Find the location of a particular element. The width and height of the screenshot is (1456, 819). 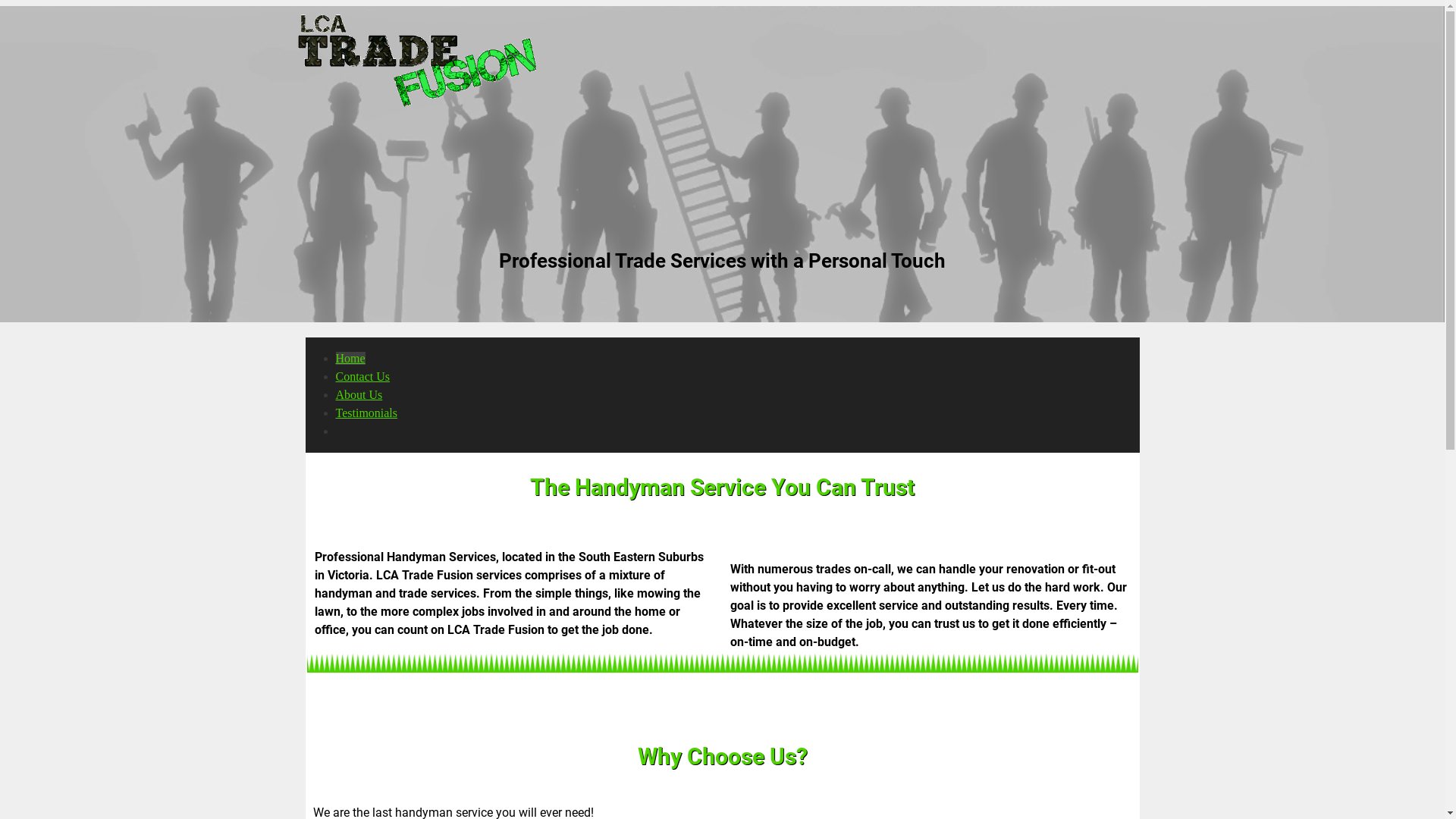

'Contact Us' is located at coordinates (362, 375).